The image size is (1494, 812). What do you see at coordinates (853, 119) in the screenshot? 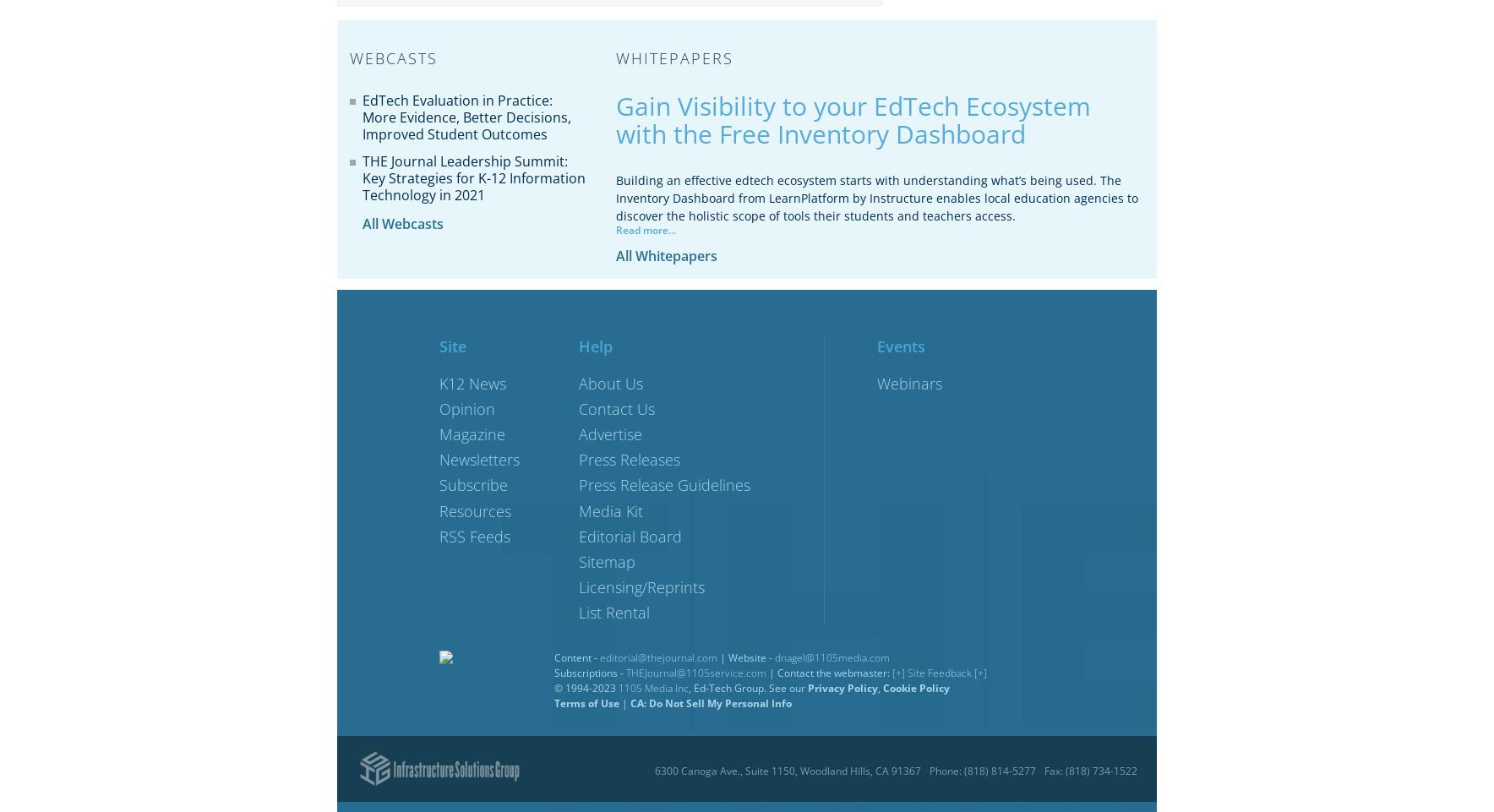
I see `'Gain Visibility to your EdTech Ecosystem with the Free Inventory Dashboard'` at bounding box center [853, 119].